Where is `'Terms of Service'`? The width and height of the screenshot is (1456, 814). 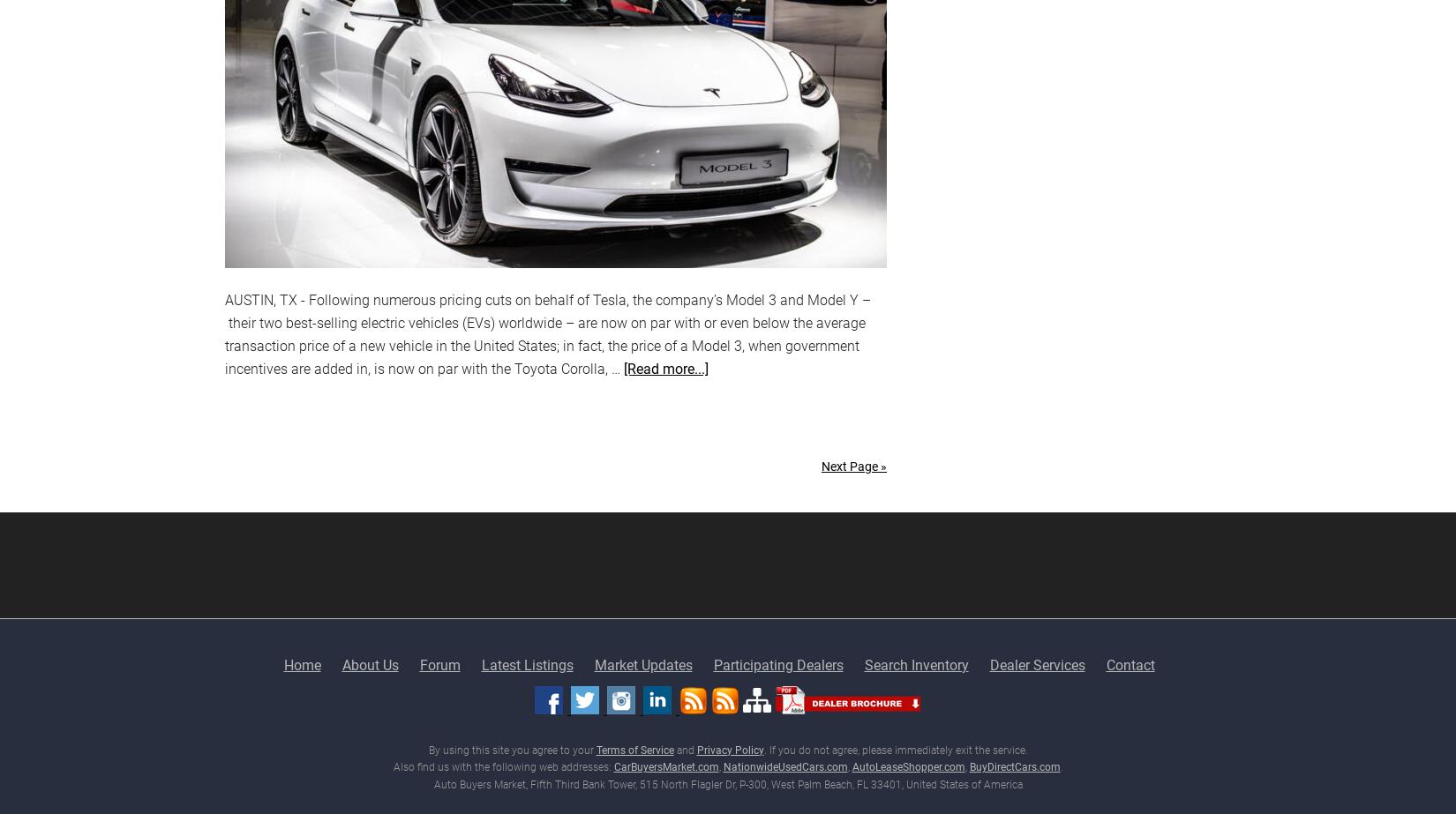 'Terms of Service' is located at coordinates (634, 748).